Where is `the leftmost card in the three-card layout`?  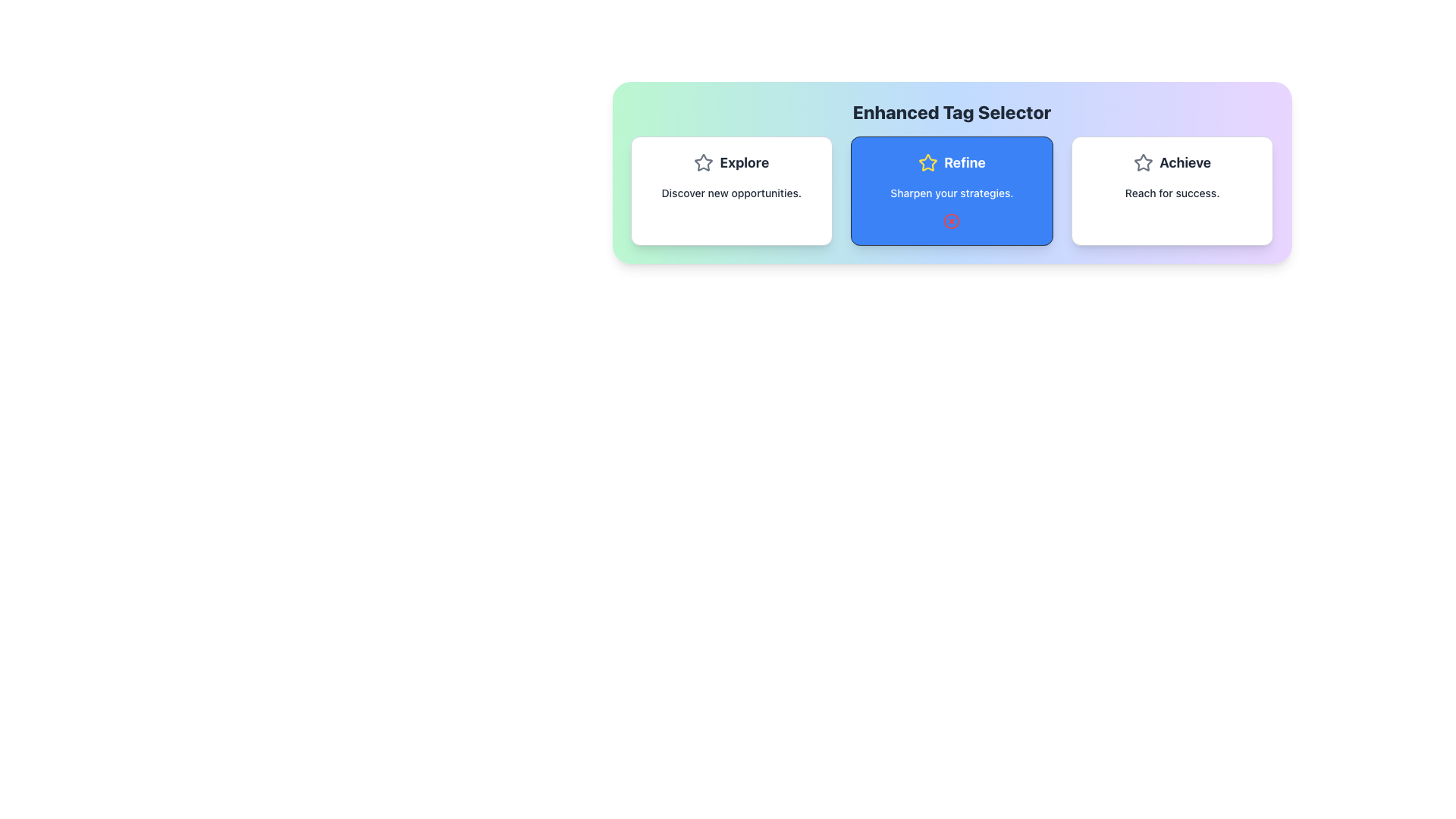 the leftmost card in the three-card layout is located at coordinates (731, 190).